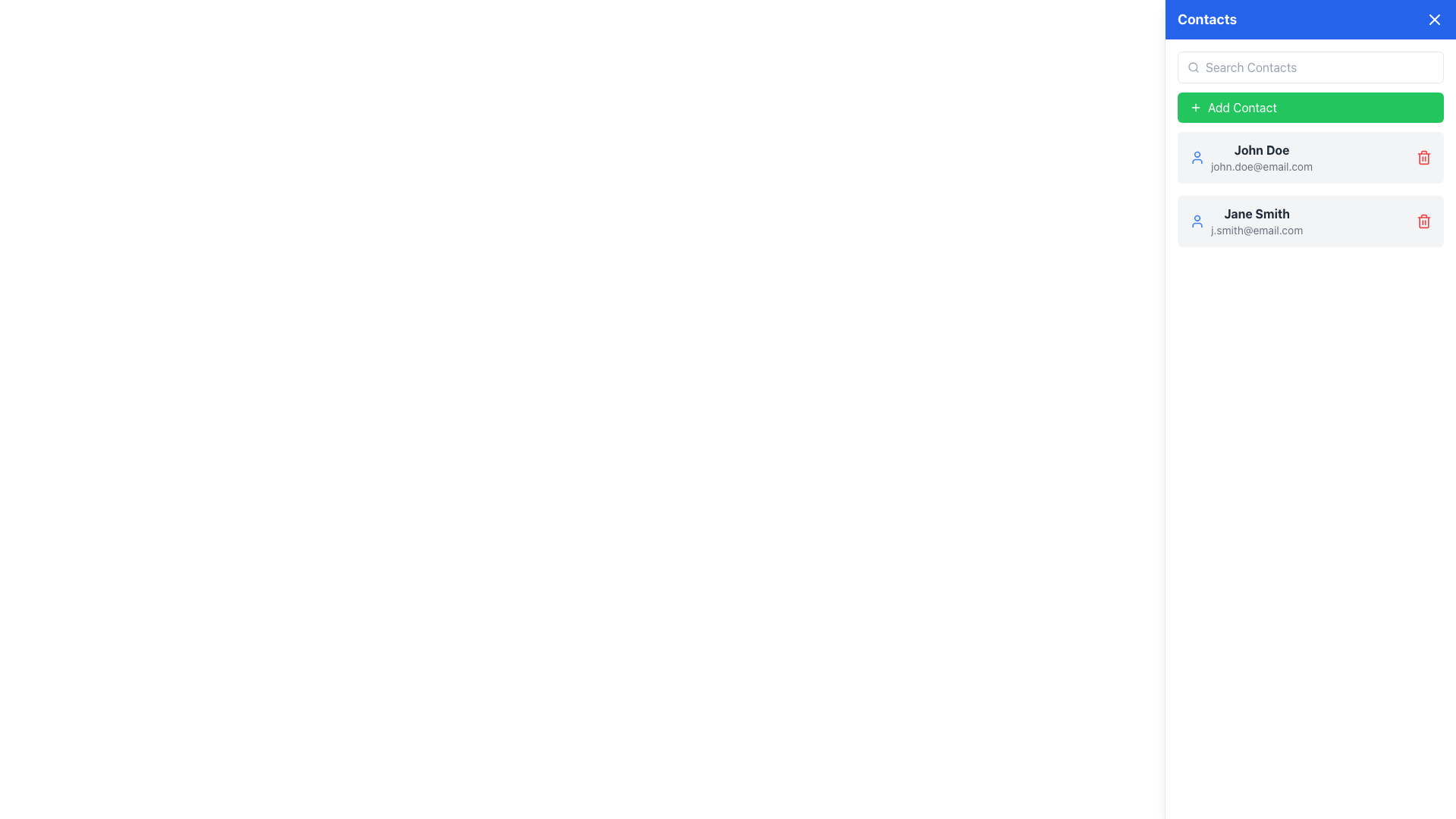  Describe the element at coordinates (1423, 158) in the screenshot. I see `the red trash bin icon button located at the far right of the item card displaying 'John Doe' and 'john.doe@email.com' to initiate the delete action` at that location.